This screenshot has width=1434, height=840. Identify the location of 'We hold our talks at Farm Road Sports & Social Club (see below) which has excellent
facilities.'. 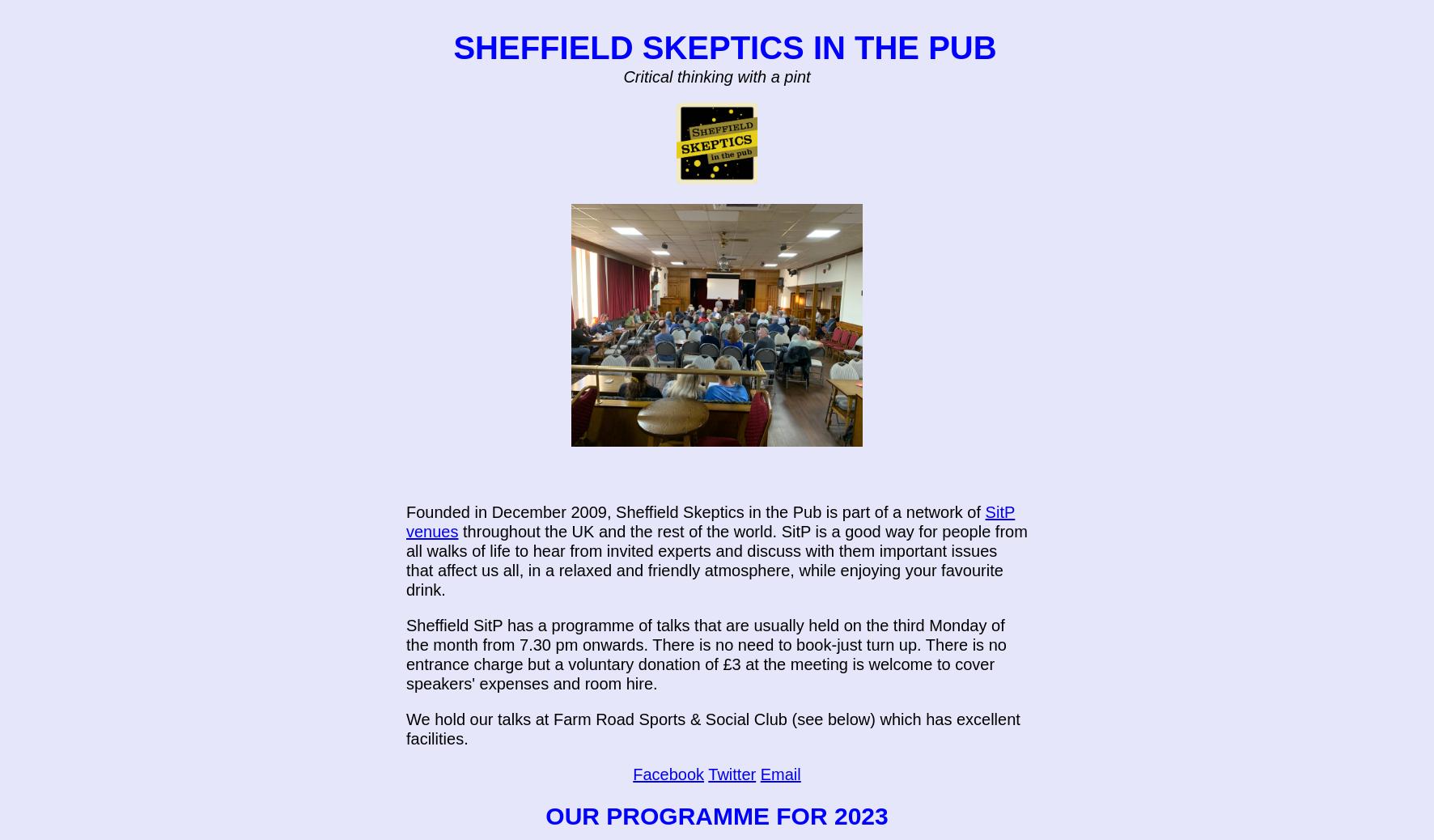
(713, 728).